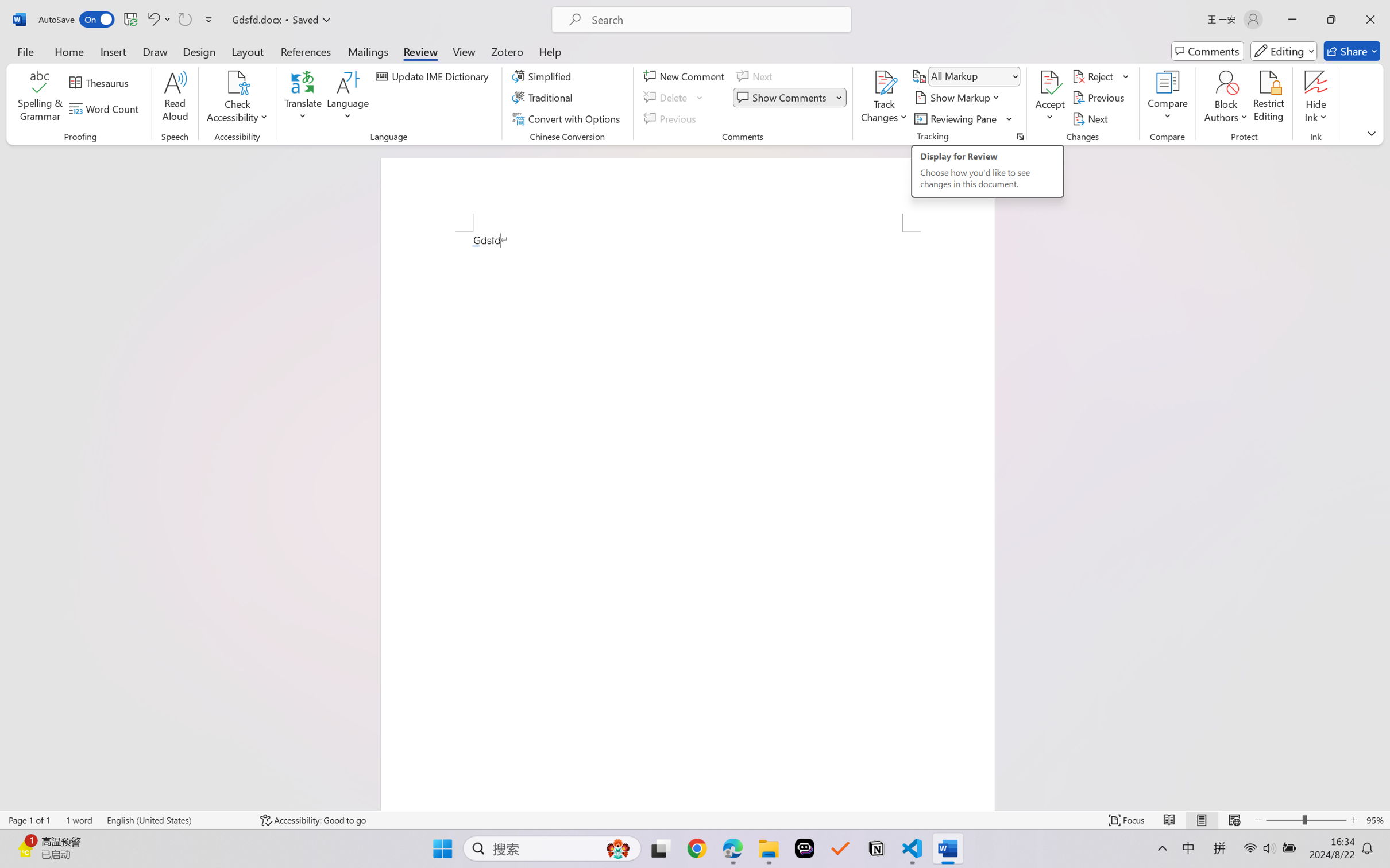 The width and height of the screenshot is (1390, 868). I want to click on 'Hide Ink', so click(1316, 82).